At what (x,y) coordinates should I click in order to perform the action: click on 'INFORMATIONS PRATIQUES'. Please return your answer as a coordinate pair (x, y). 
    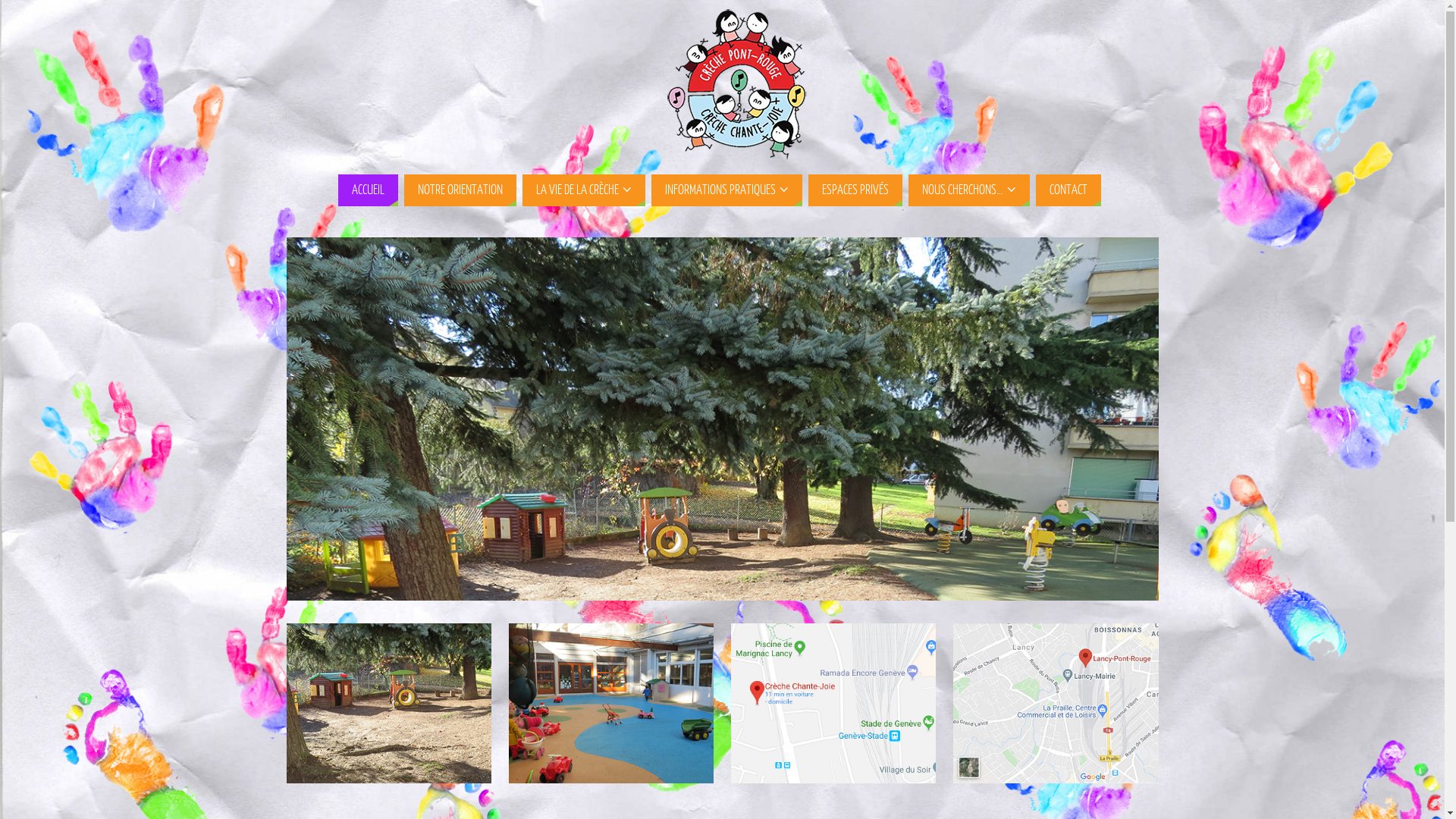
    Looking at the image, I should click on (725, 189).